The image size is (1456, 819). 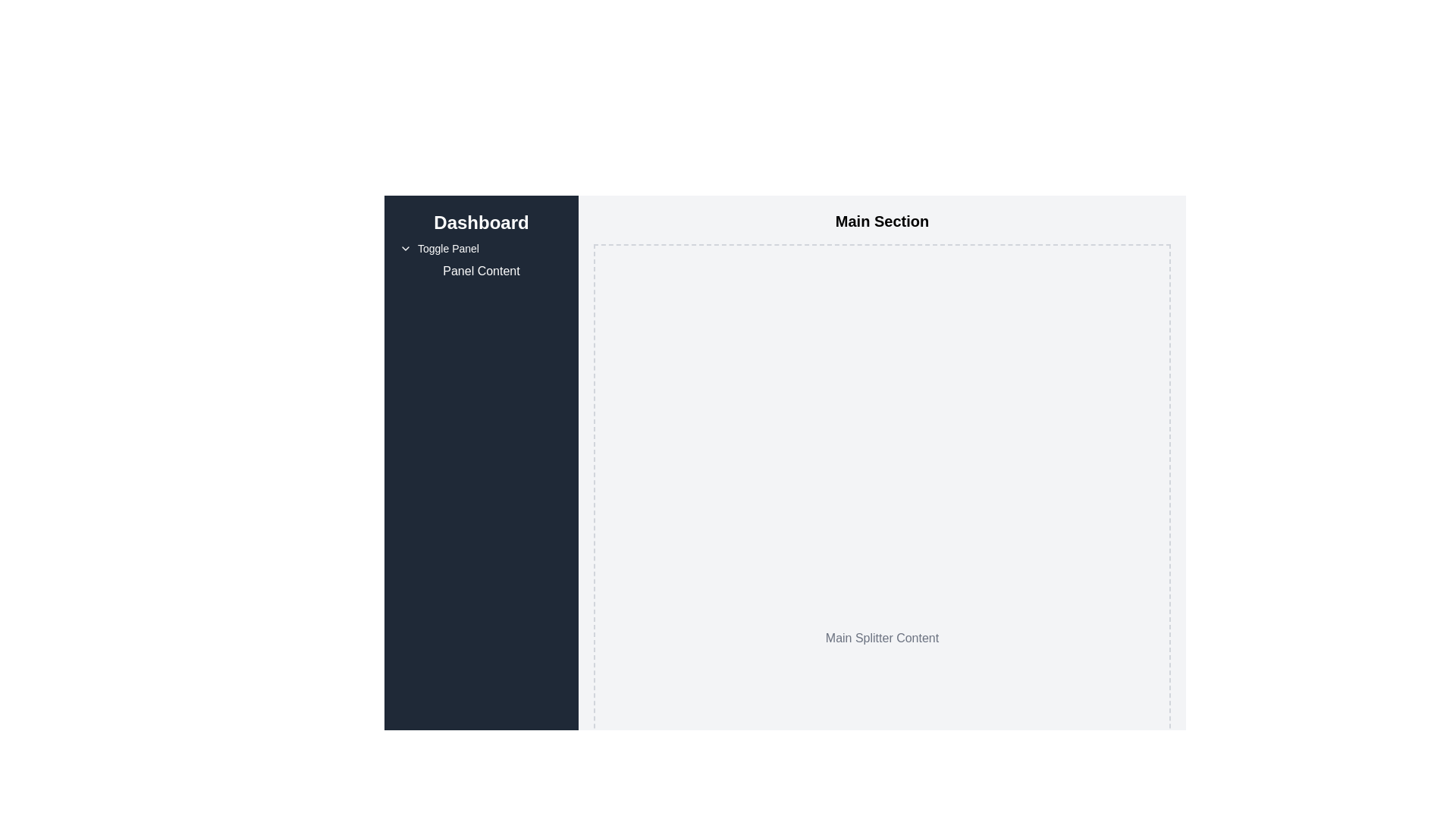 I want to click on the text label reading 'Panel Content', which is styled in white text on a dark blue background and is located below the 'Toggle Panel' text, so click(x=480, y=271).